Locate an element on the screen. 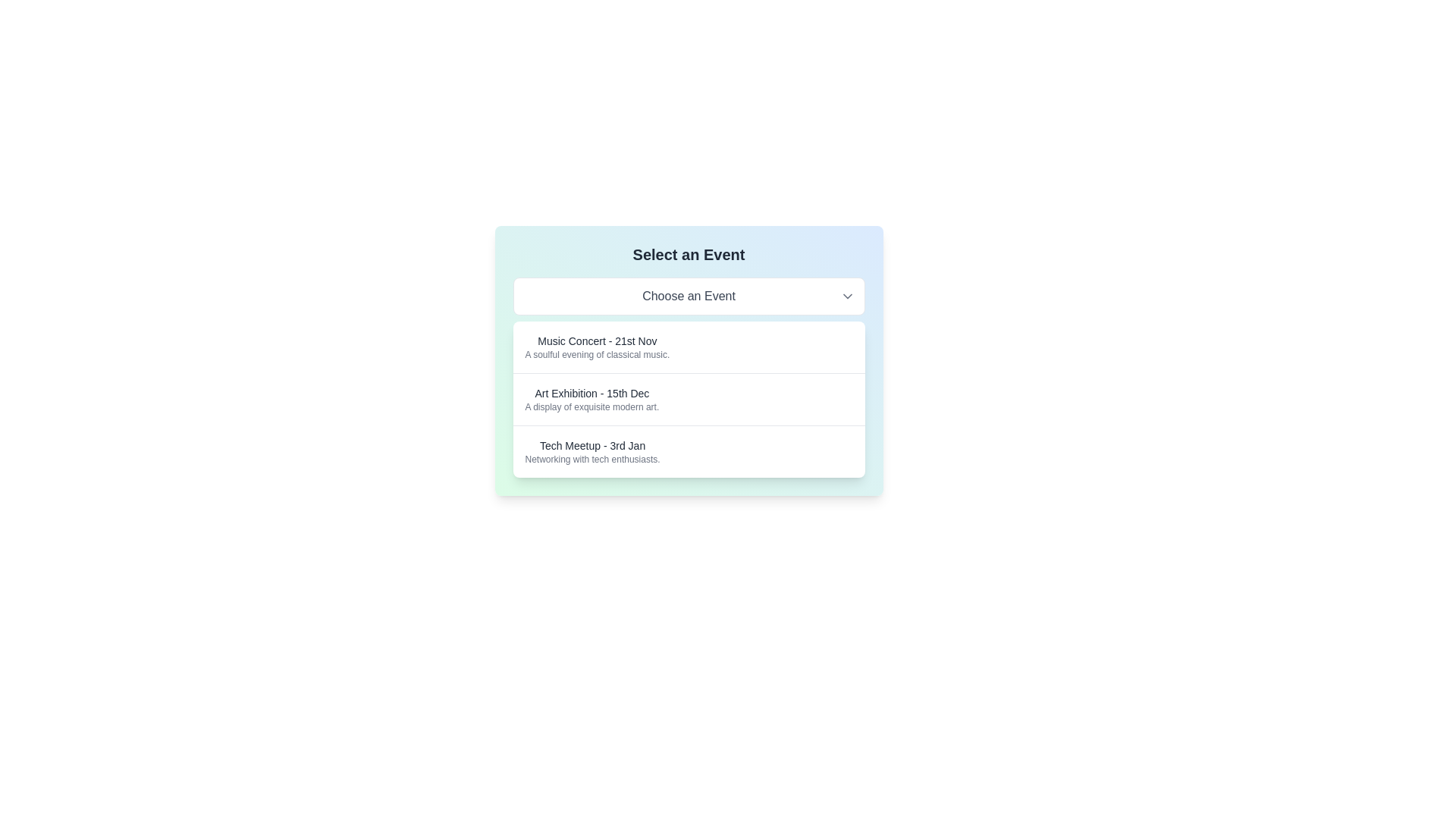 Image resolution: width=1456 pixels, height=819 pixels. the event list item representing an event with a title and description is located at coordinates (688, 399).